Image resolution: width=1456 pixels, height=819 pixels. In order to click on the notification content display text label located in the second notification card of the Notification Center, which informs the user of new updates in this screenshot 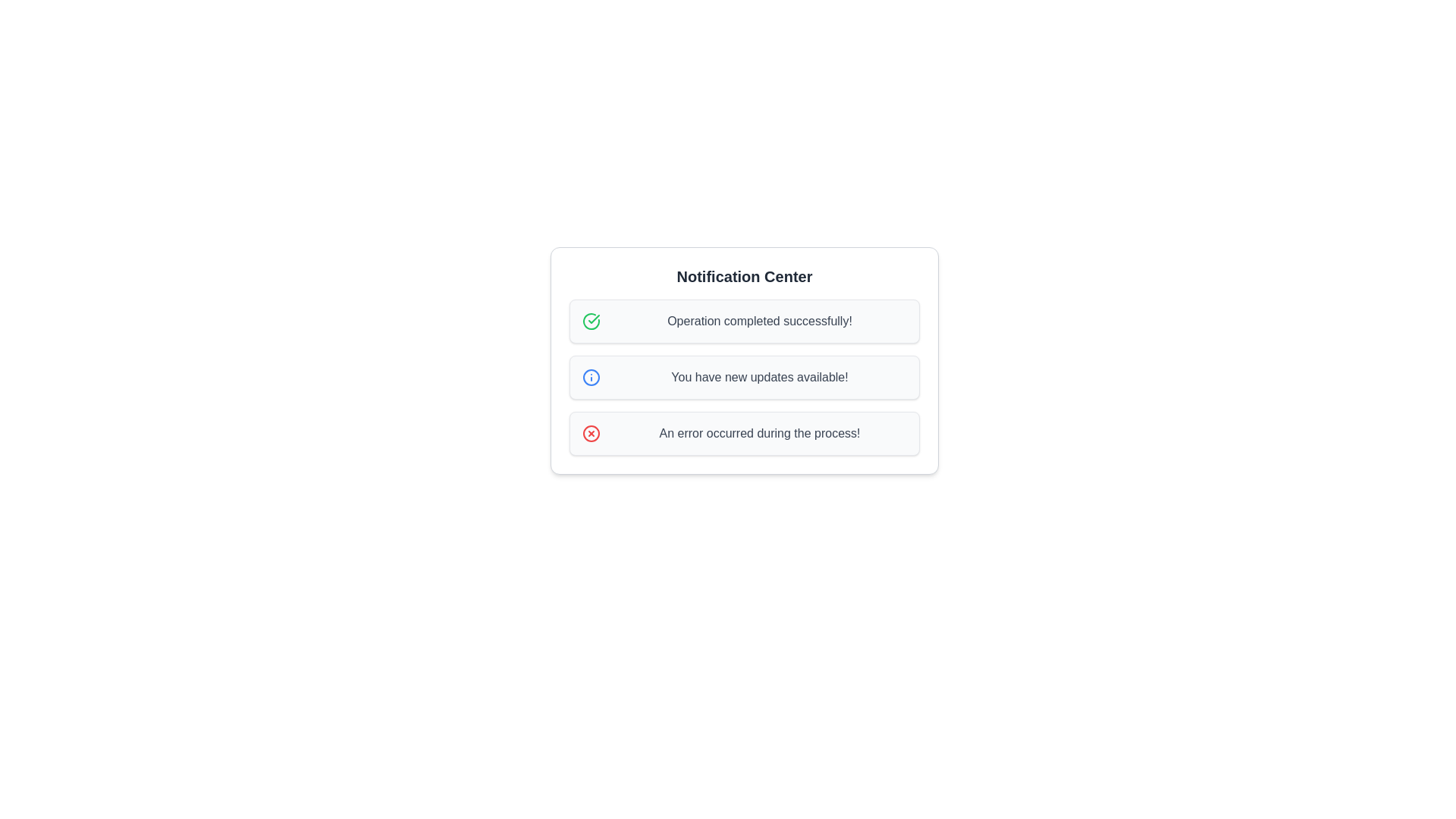, I will do `click(760, 376)`.